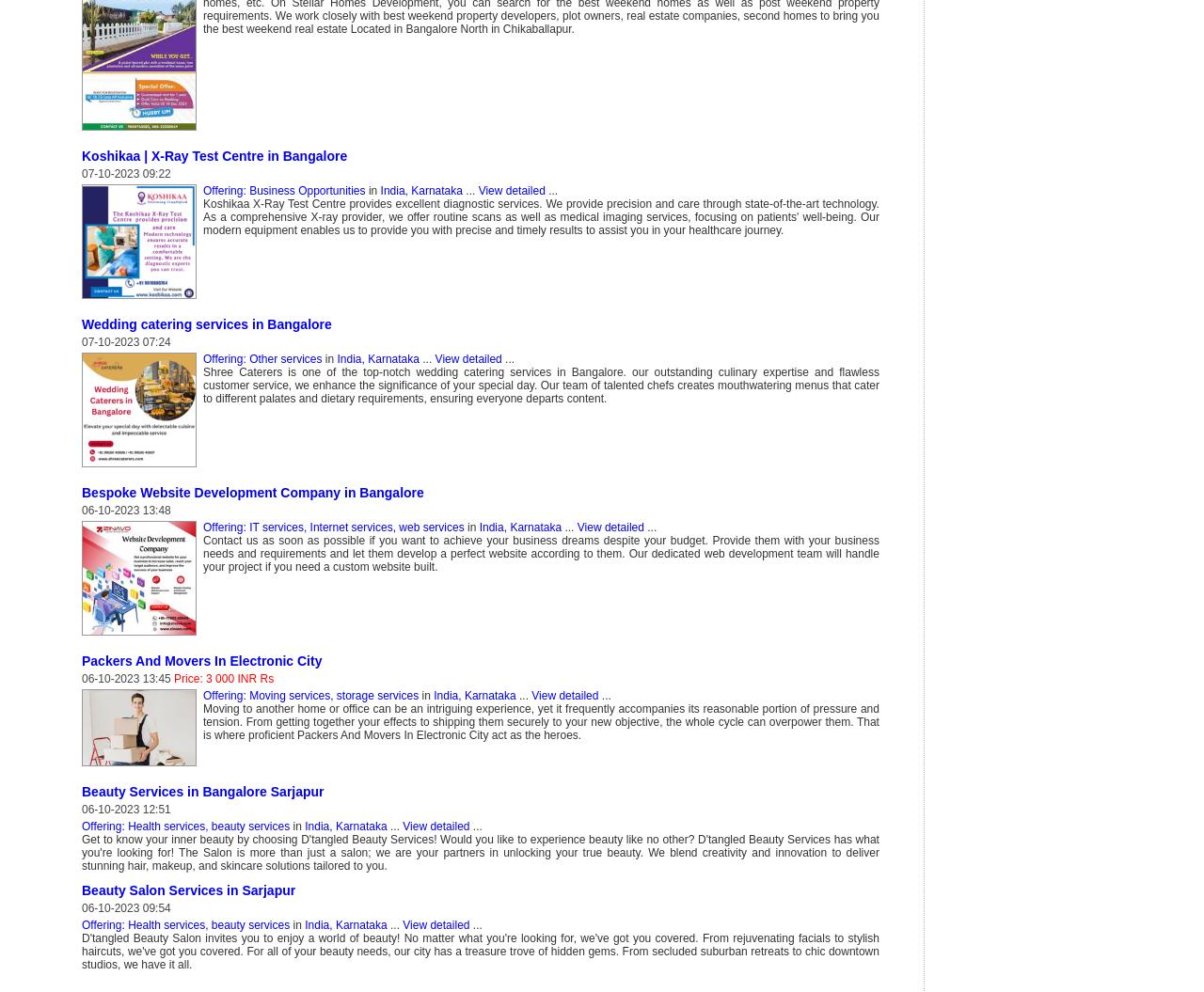  What do you see at coordinates (539, 216) in the screenshot?
I see `'Koshikaa X-Ray Test Centre provides excellent diagnostic services. We provide precision and care through state-of-the-art technology. As a comprehensive X-ray provider,  we offer routine scans as well as medical imaging services,  focusing on patients' well-being. Our modern equipment enables us to provide you with precise and timely results to assist you in your healthcare journey.'` at bounding box center [539, 216].